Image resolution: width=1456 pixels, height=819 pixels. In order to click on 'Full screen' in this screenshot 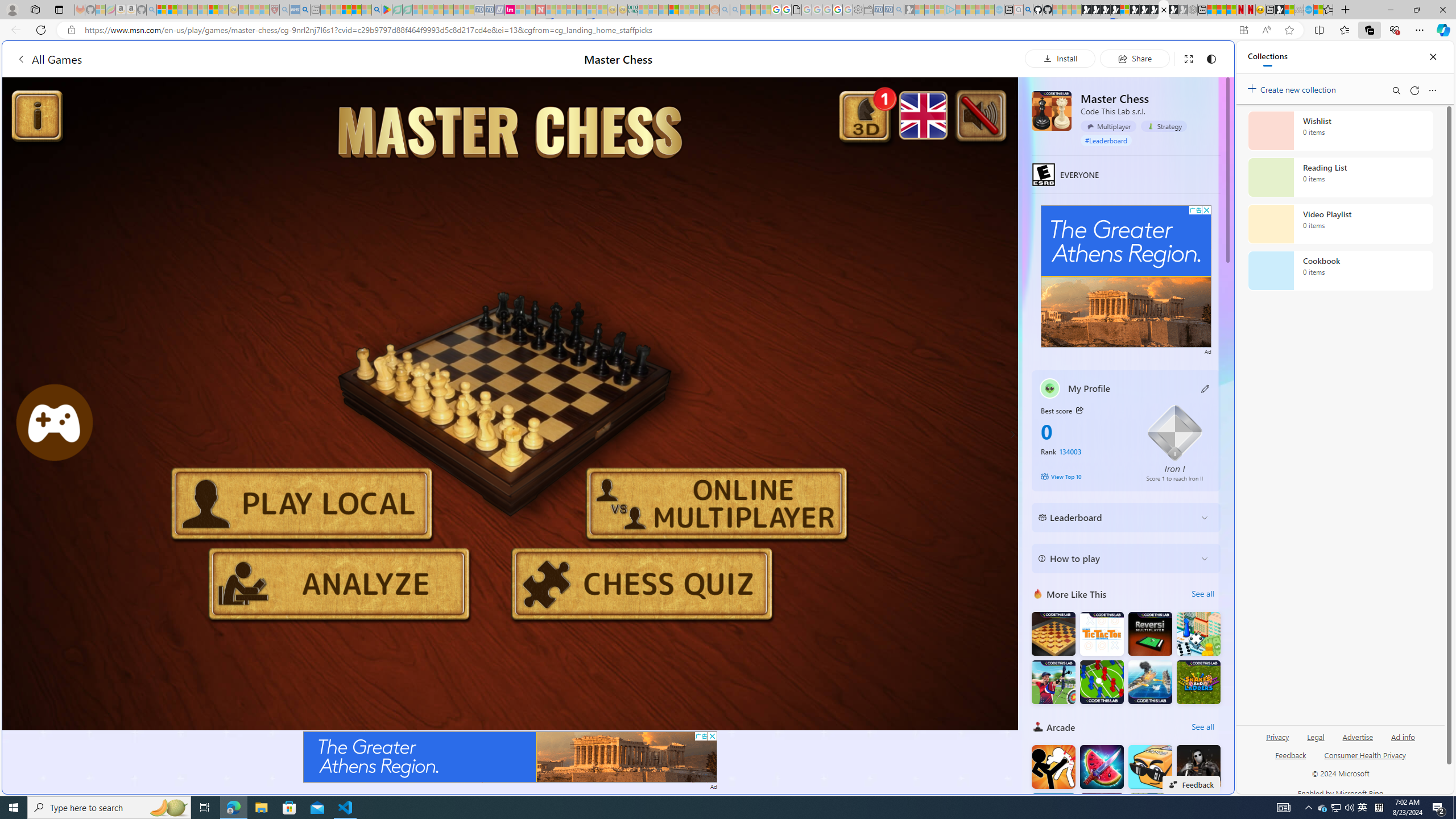, I will do `click(1187, 58)`.